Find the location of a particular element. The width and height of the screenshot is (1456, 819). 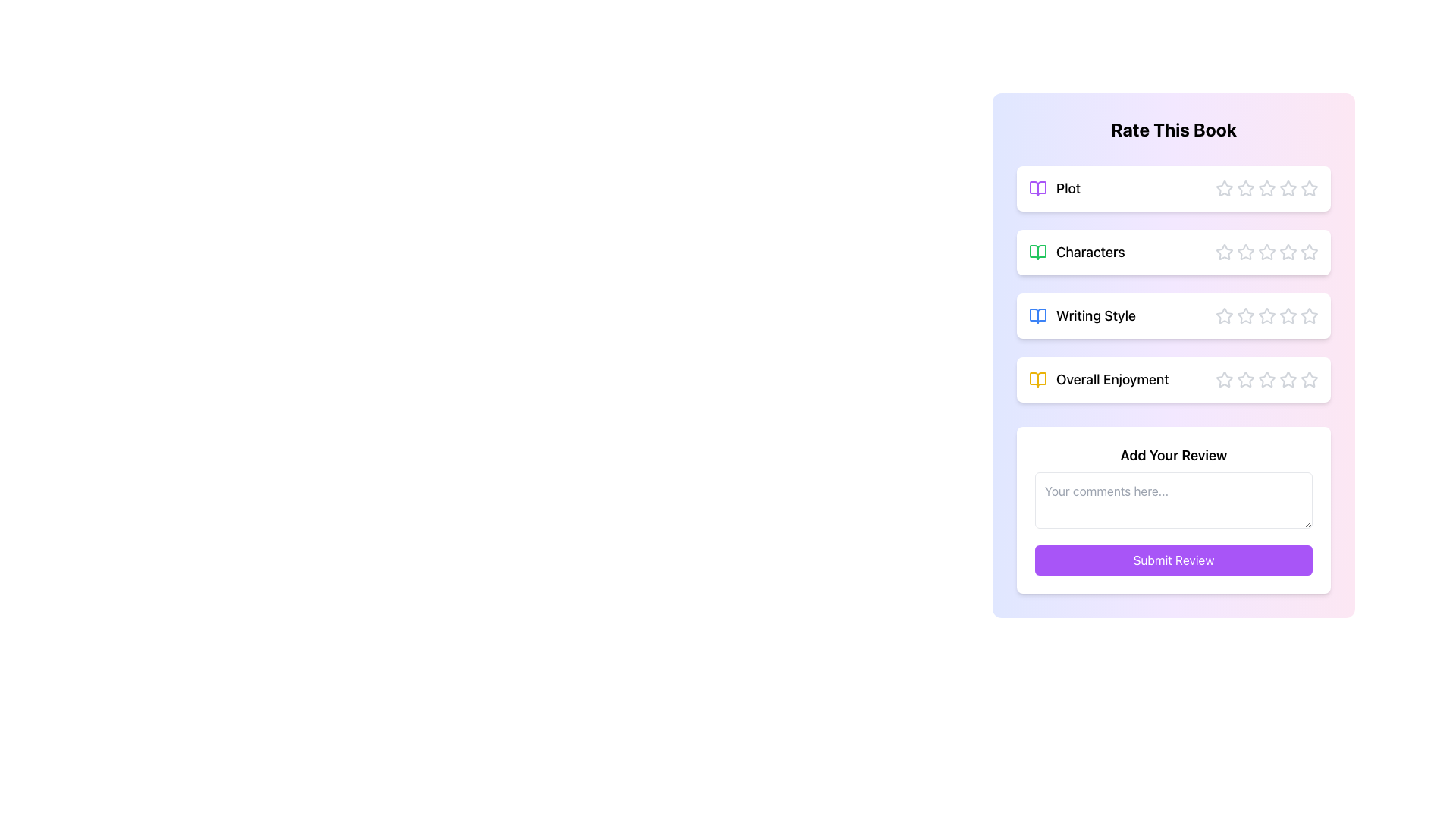

the fifth star in the rating system for 'Writing Style' to mark a rating of 5 is located at coordinates (1288, 315).